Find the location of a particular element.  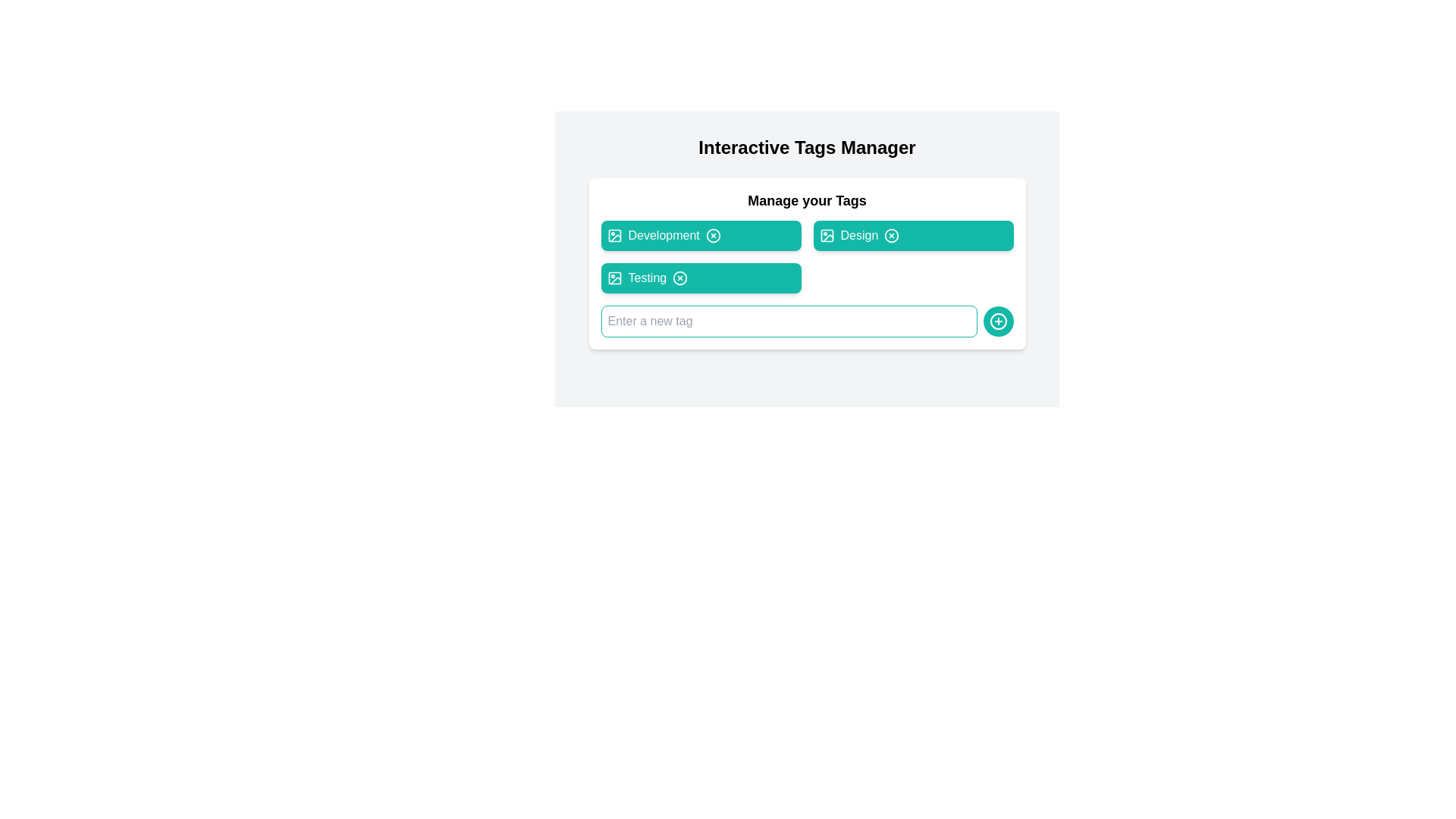

the icon representing the 'Design' tag, which is positioned is located at coordinates (826, 236).